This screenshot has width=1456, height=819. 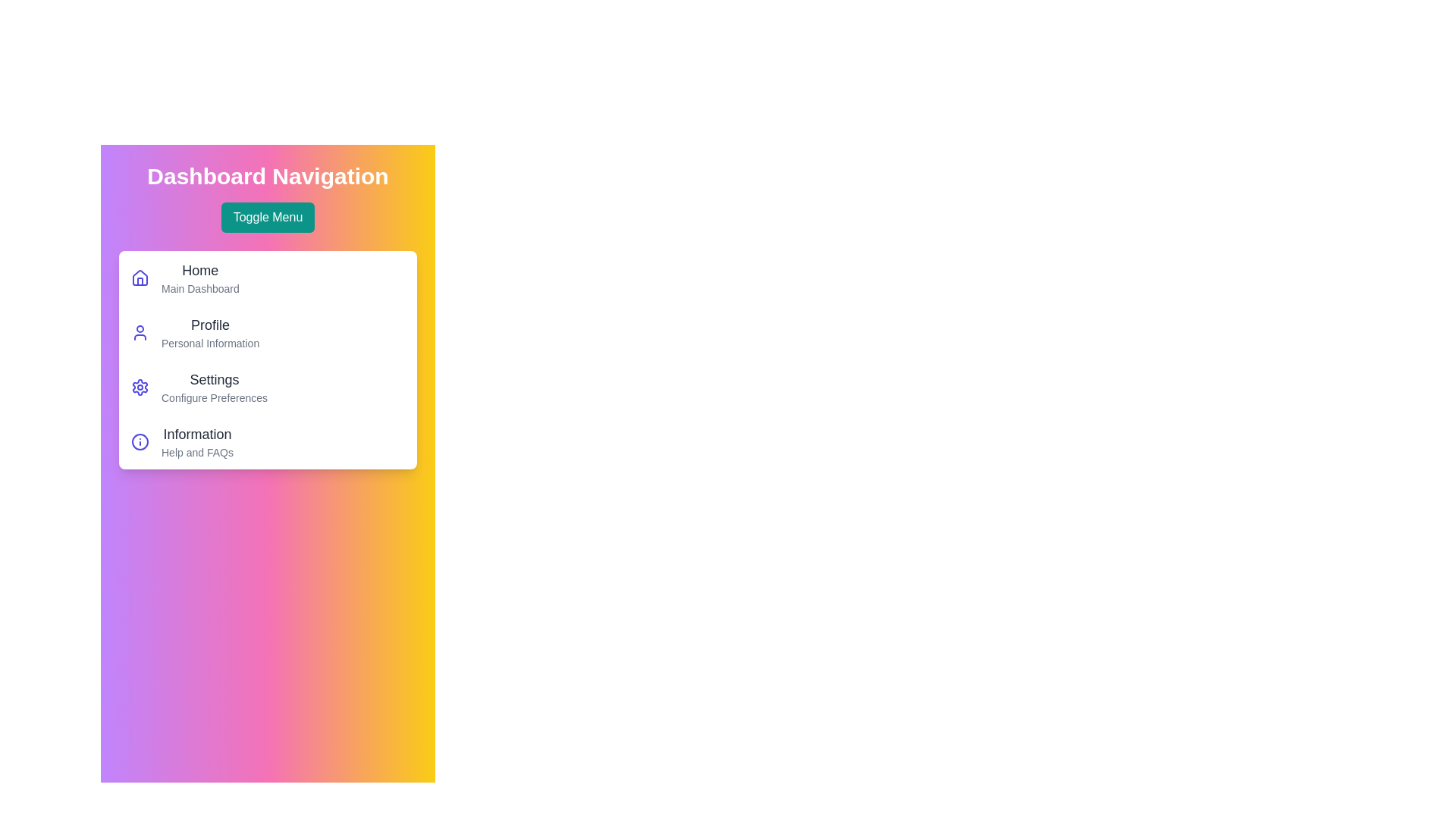 I want to click on the 'Toggle Menu' button to toggle the visibility of the menu, so click(x=268, y=217).